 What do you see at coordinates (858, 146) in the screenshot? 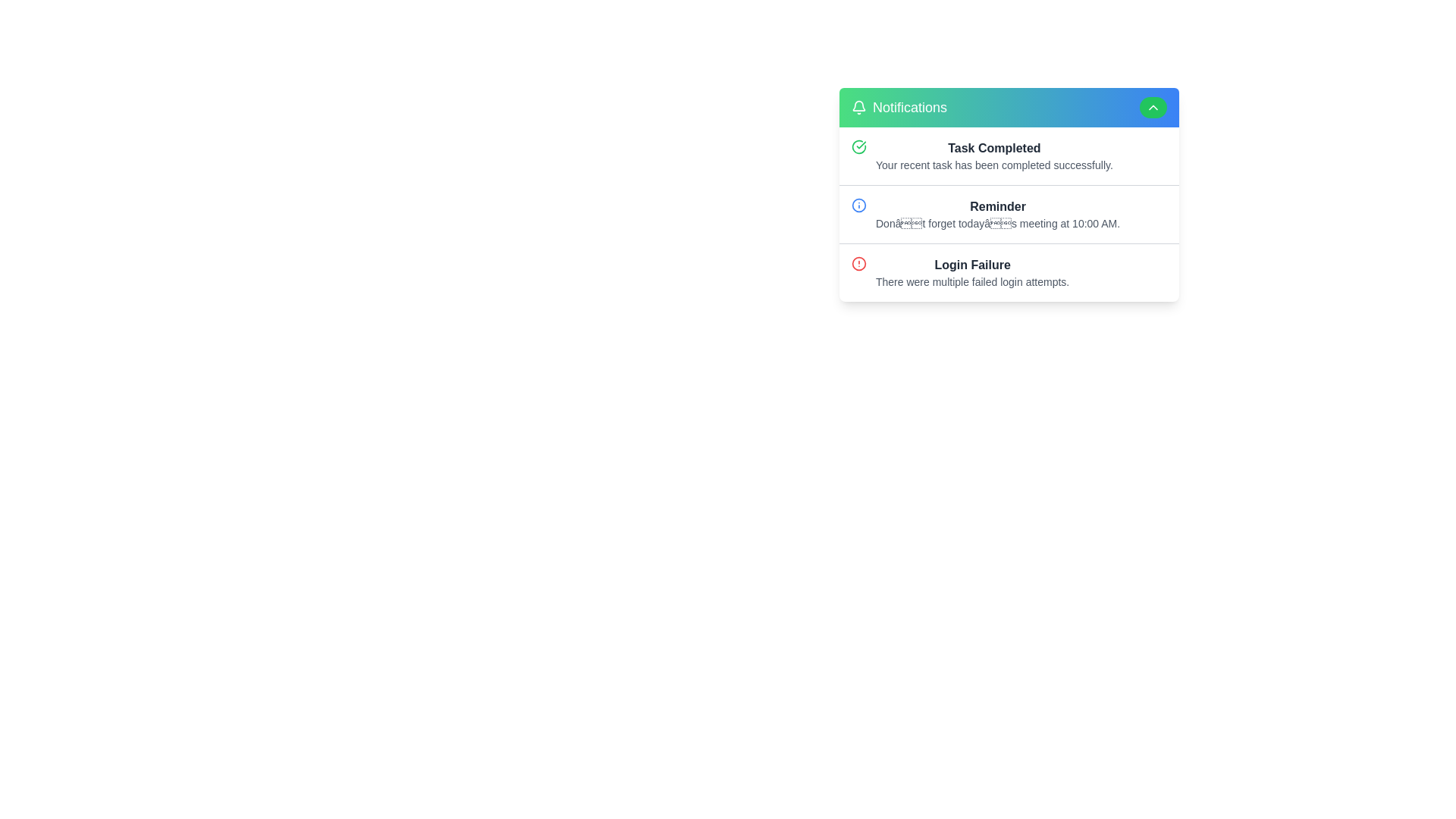
I see `the circular segment of the SVG icon that is part of the notification system, located to the left of the 'Task Completed' text` at bounding box center [858, 146].